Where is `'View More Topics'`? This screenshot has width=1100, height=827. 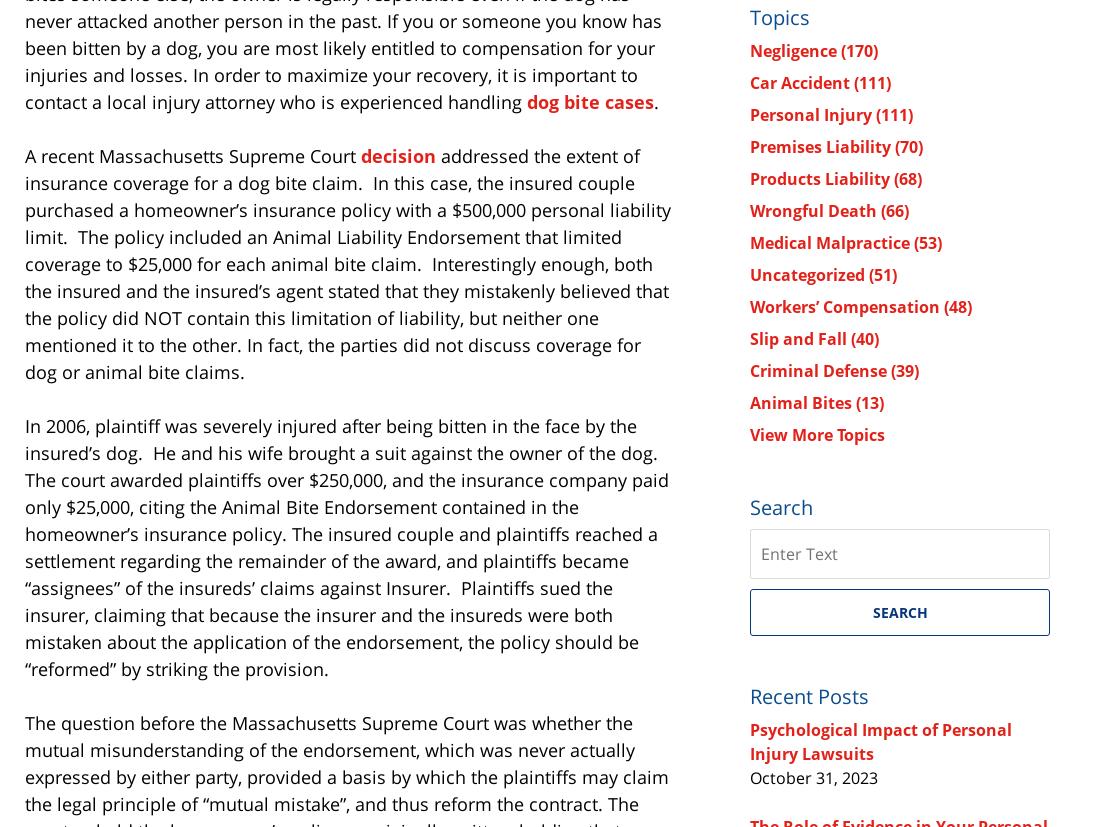 'View More Topics' is located at coordinates (817, 433).